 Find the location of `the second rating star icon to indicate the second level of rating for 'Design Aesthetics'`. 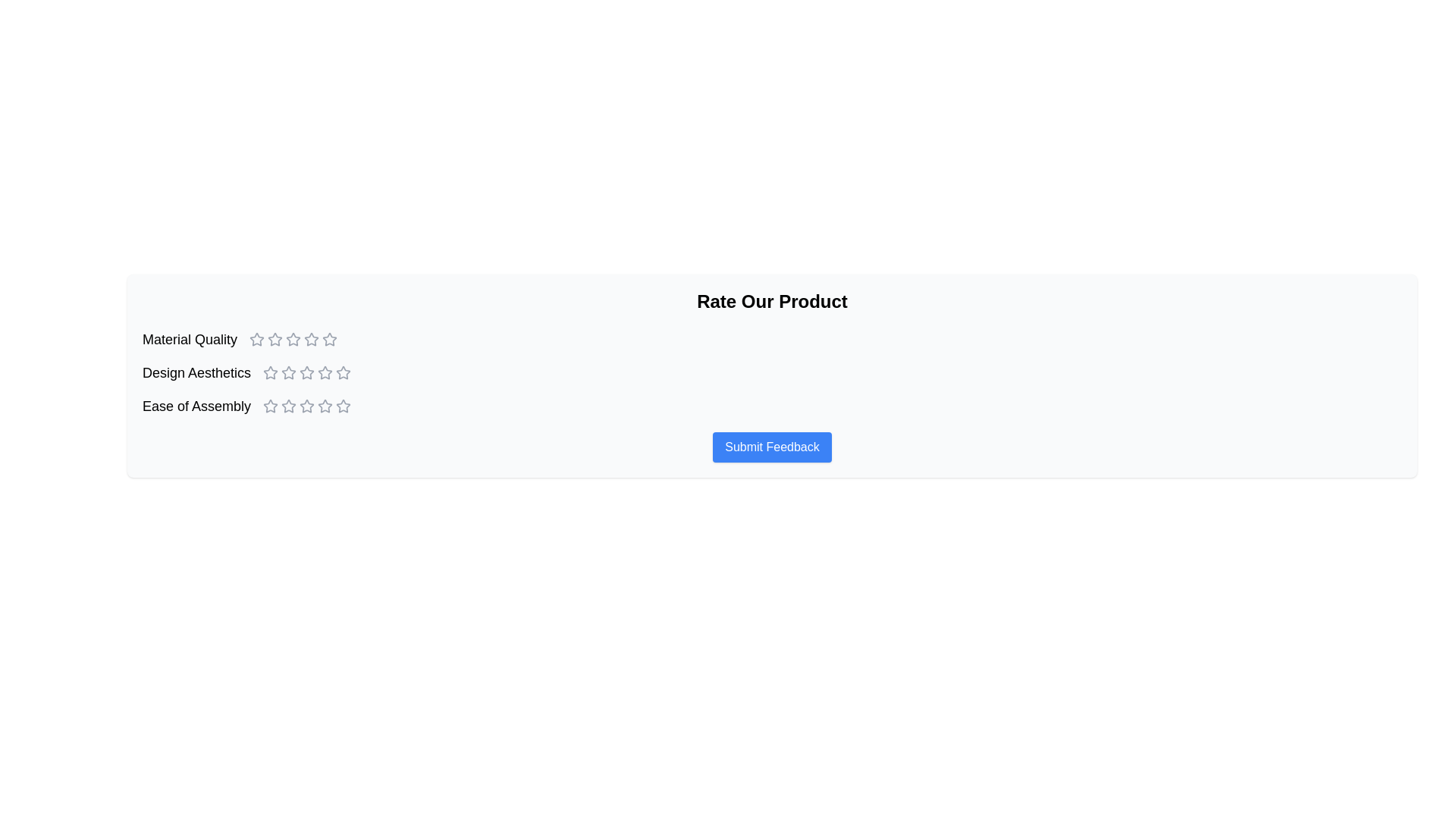

the second rating star icon to indicate the second level of rating for 'Design Aesthetics' is located at coordinates (289, 372).